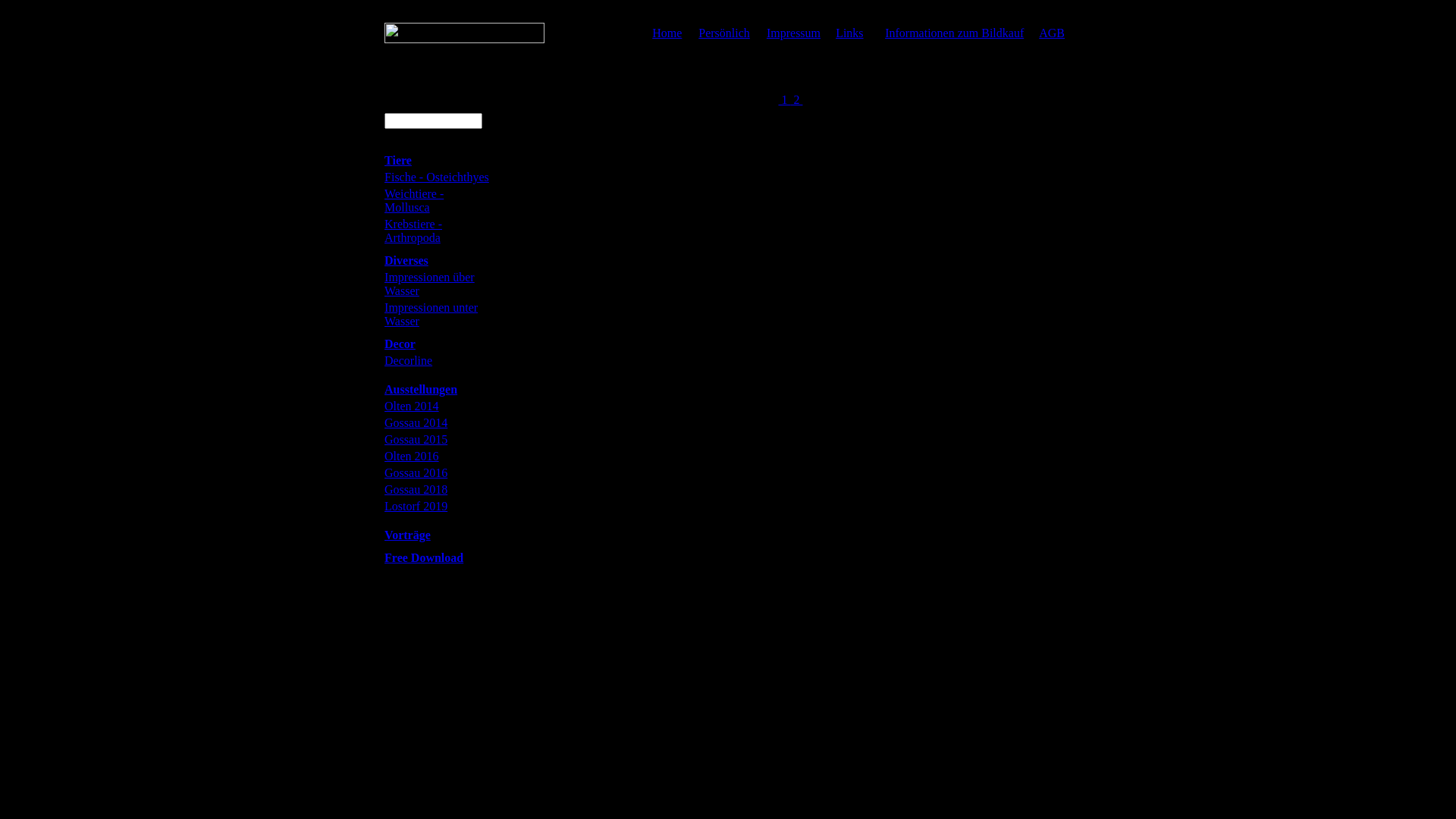 This screenshot has width=1456, height=819. Describe the element at coordinates (413, 231) in the screenshot. I see `'Krebstiere - Arthropoda'` at that location.